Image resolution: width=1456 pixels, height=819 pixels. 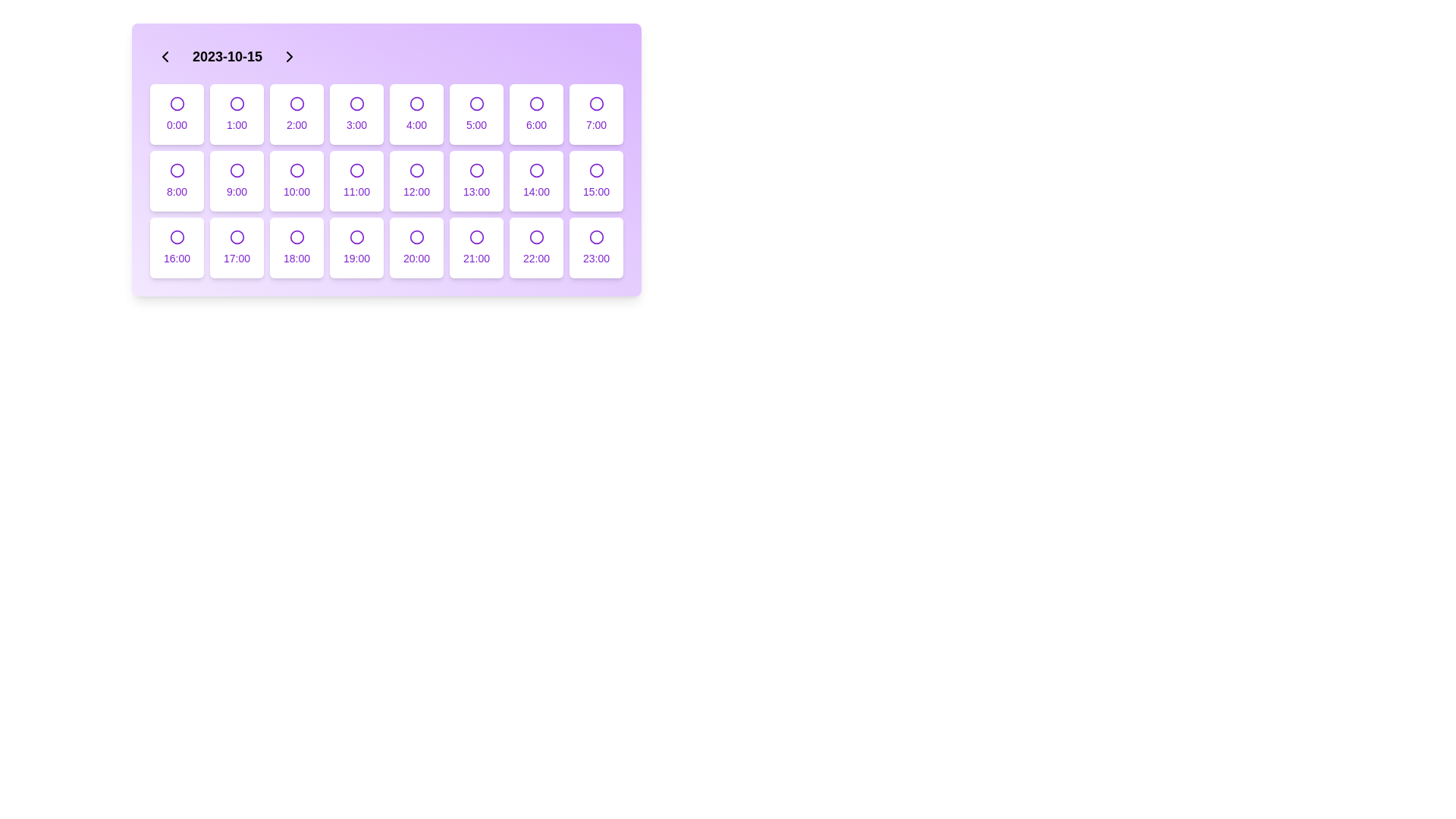 I want to click on the circular icon with a purple stroke located in the time slot labeled '23:00' in the bottom-right corner of the time grid, so click(x=595, y=237).